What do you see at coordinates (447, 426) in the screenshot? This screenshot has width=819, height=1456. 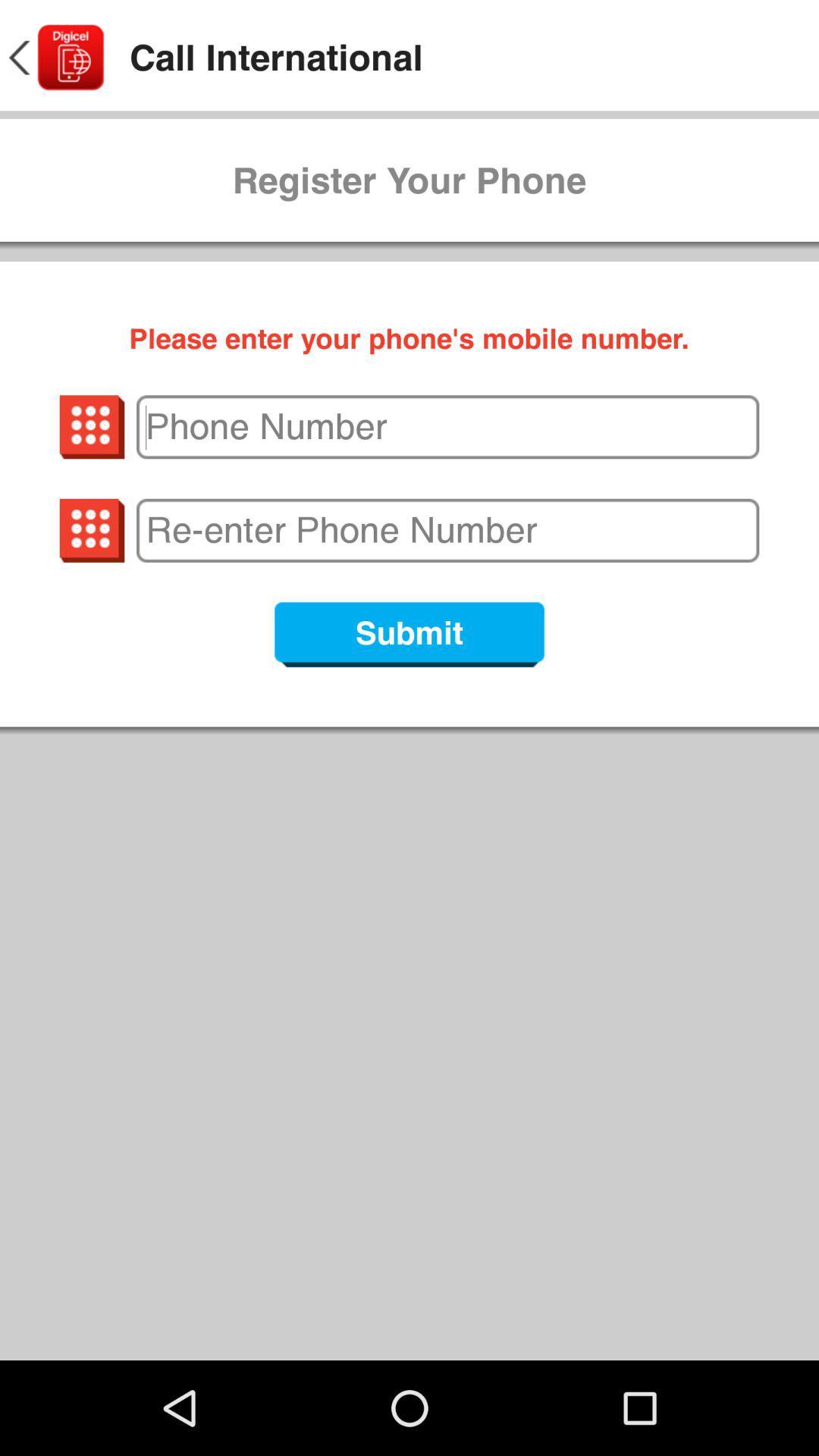 I see `phone number` at bounding box center [447, 426].